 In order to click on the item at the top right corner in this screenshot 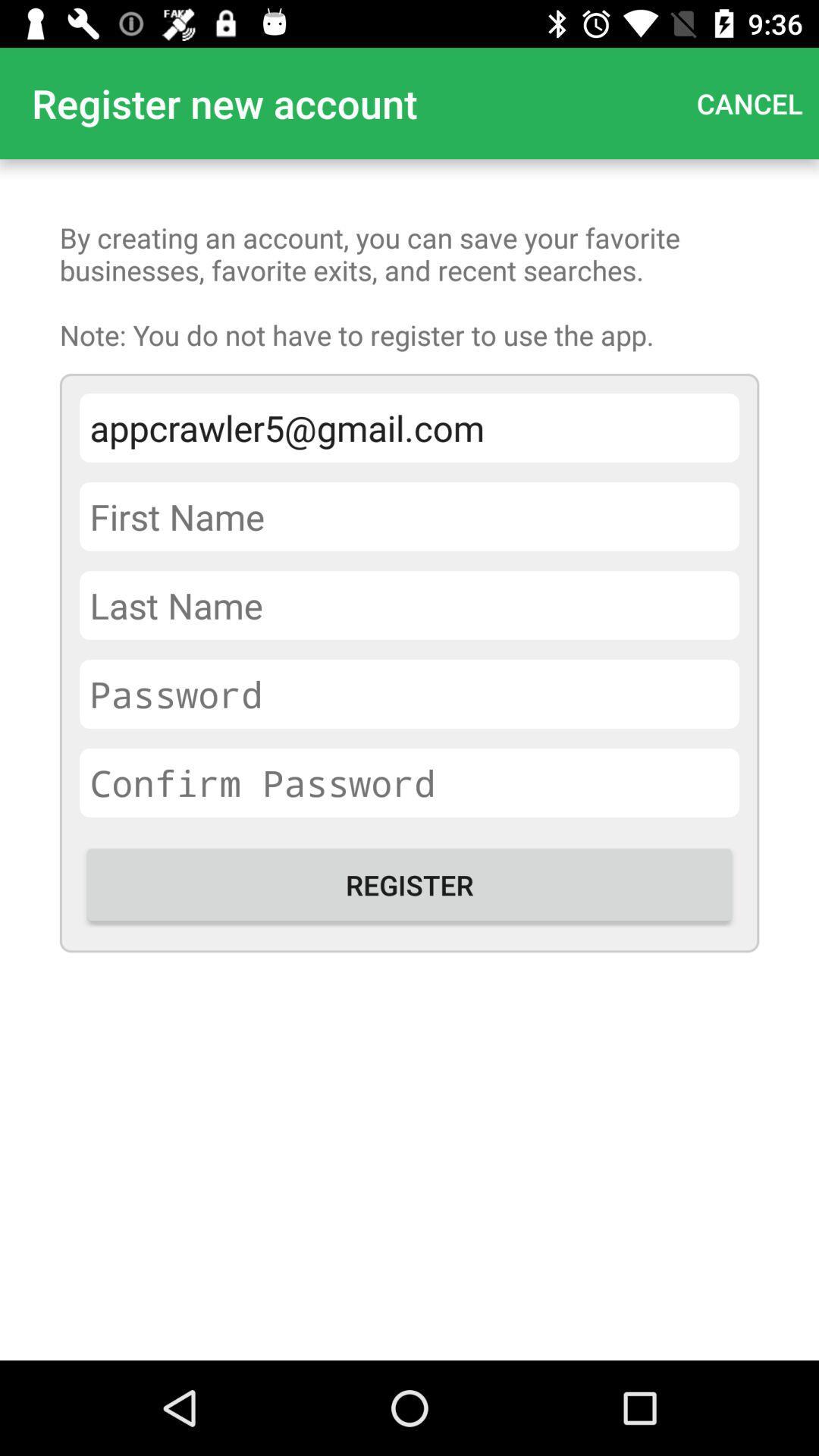, I will do `click(748, 102)`.